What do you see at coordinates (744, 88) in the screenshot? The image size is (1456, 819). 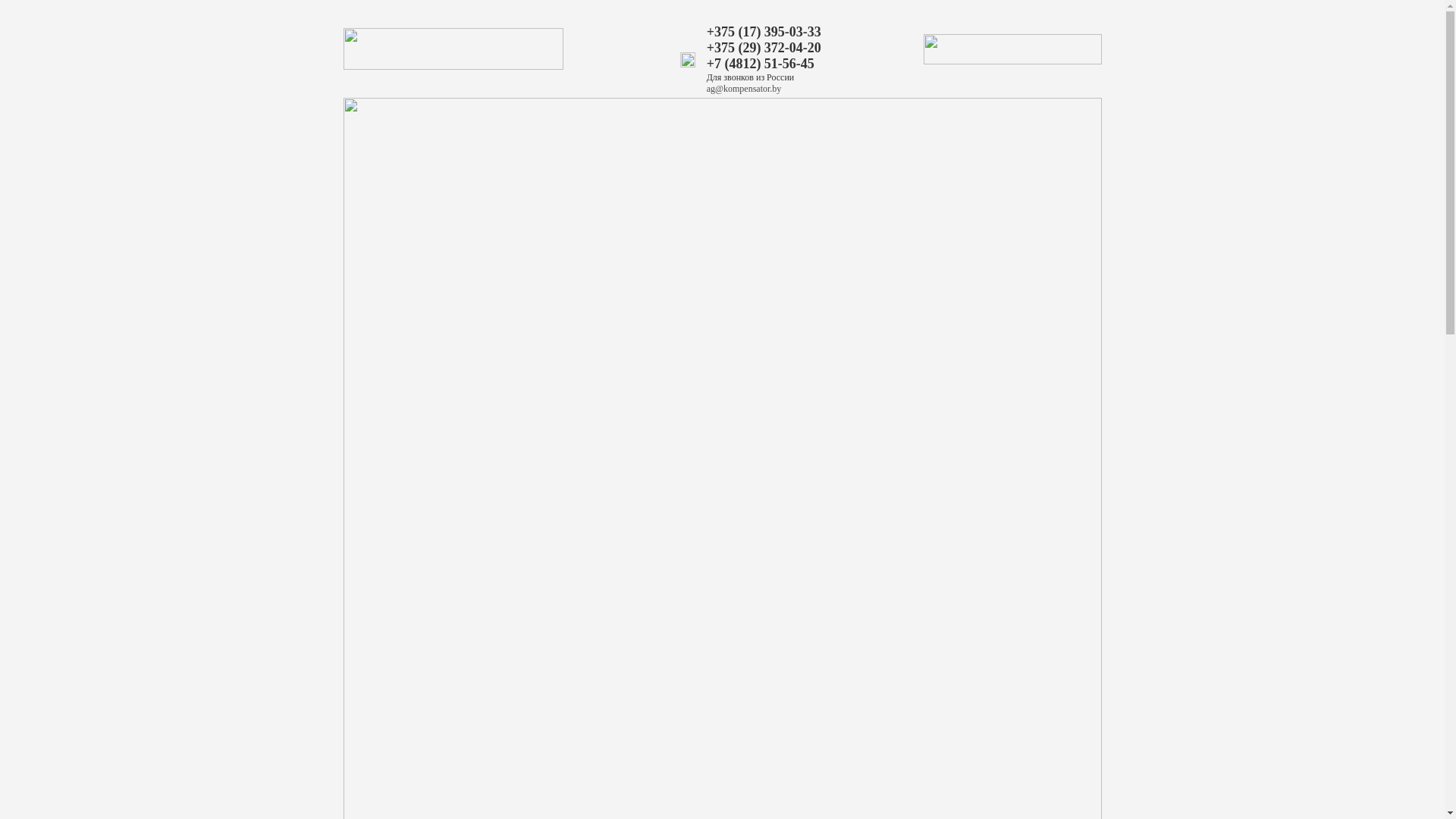 I see `'ag@kompensator.by'` at bounding box center [744, 88].